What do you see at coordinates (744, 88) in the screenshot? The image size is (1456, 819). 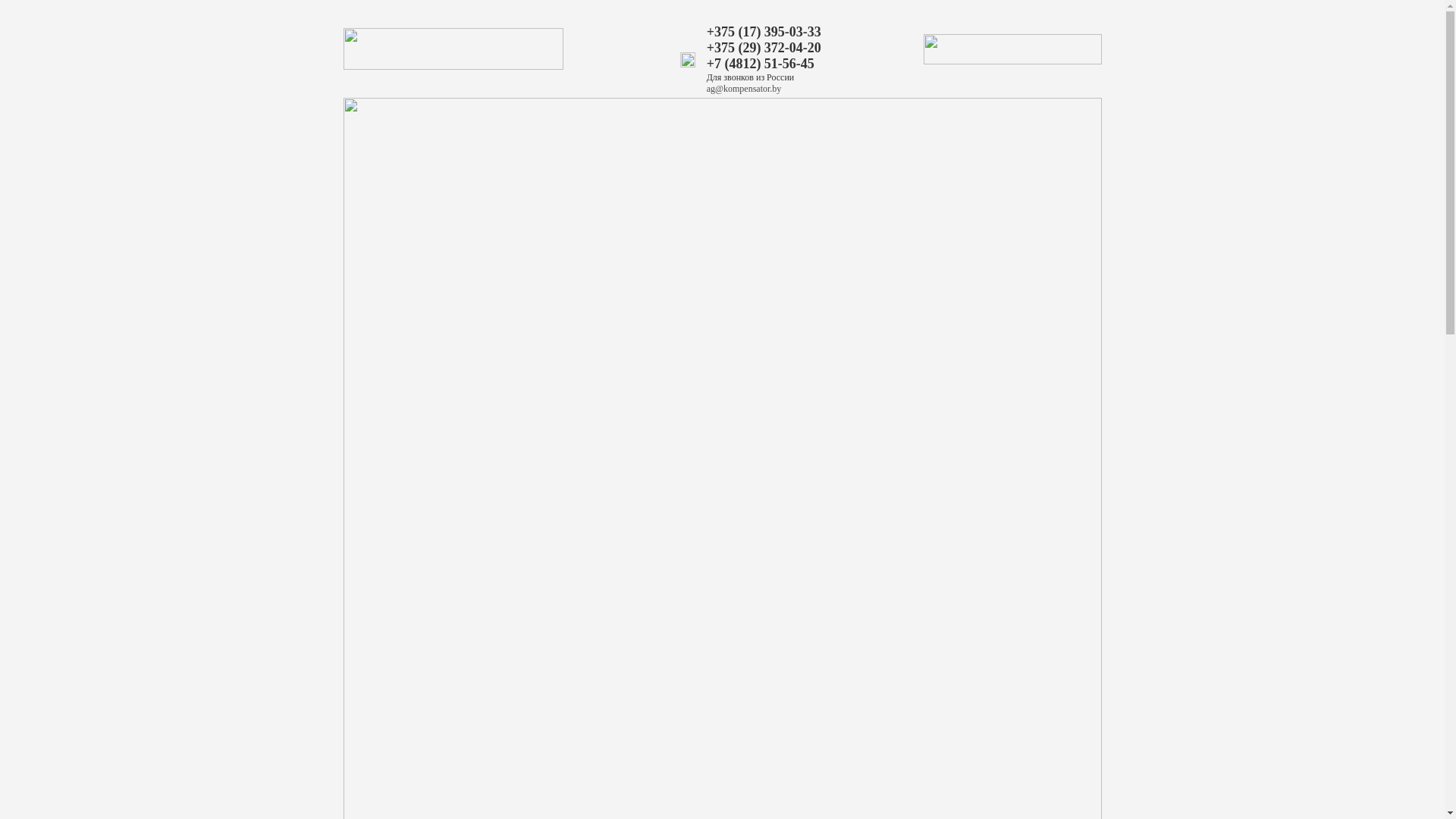 I see `'ag@kompensator.by'` at bounding box center [744, 88].